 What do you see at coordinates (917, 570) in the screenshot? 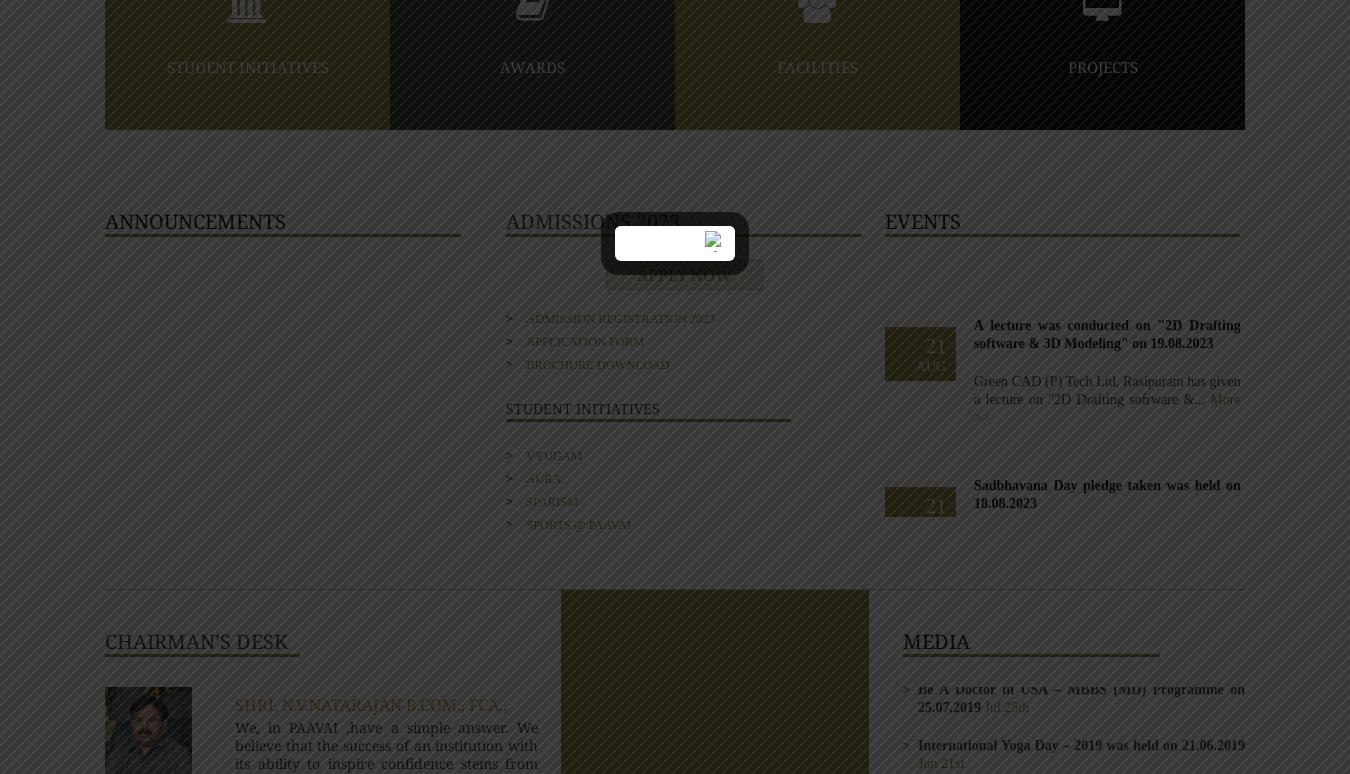
I see `'Review & Re – View program was held on 18.07.2019'` at bounding box center [917, 570].